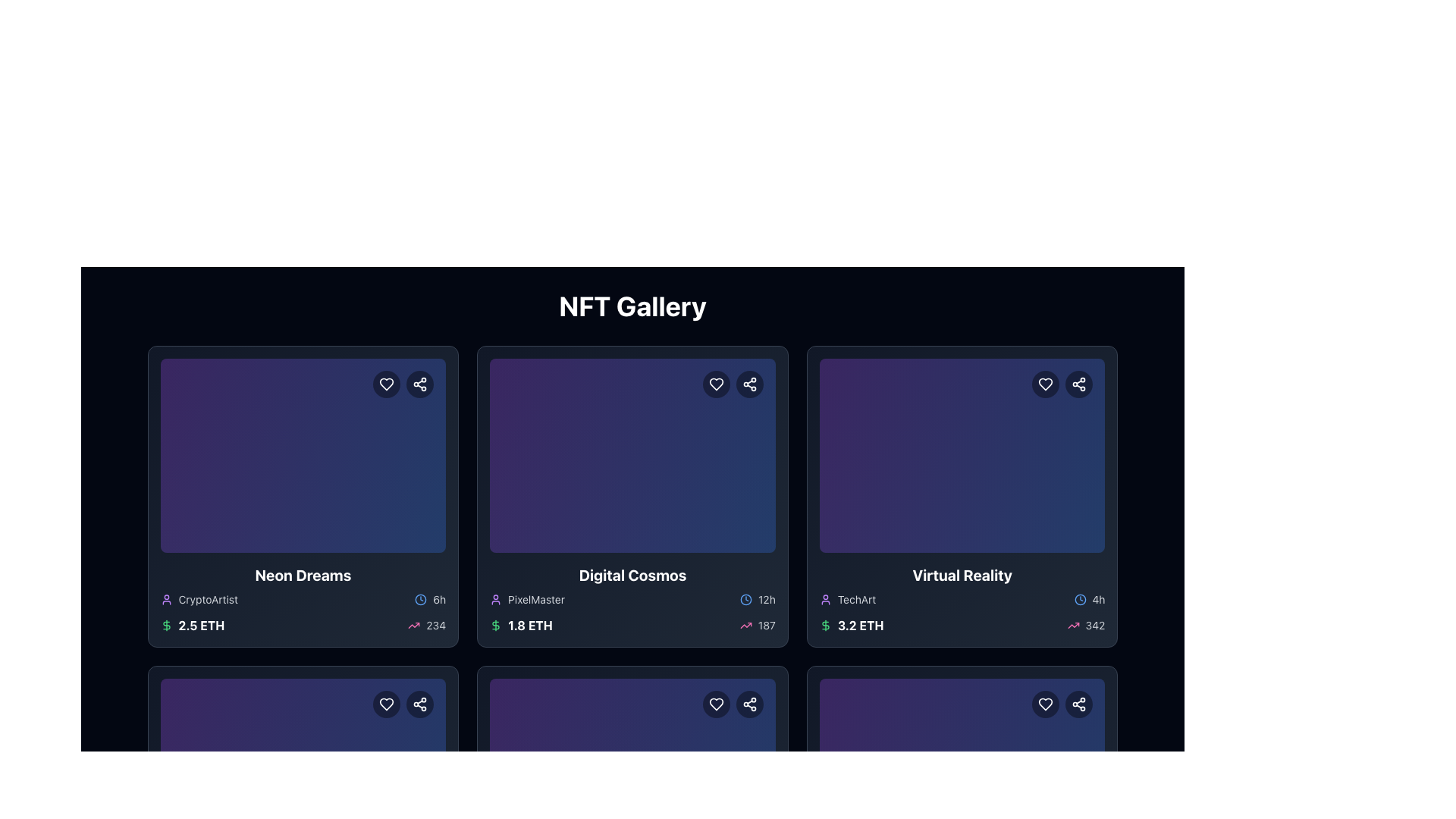  I want to click on the leftmost button in the top-right corner of the card, which functions as a 'like' button, so click(1045, 704).